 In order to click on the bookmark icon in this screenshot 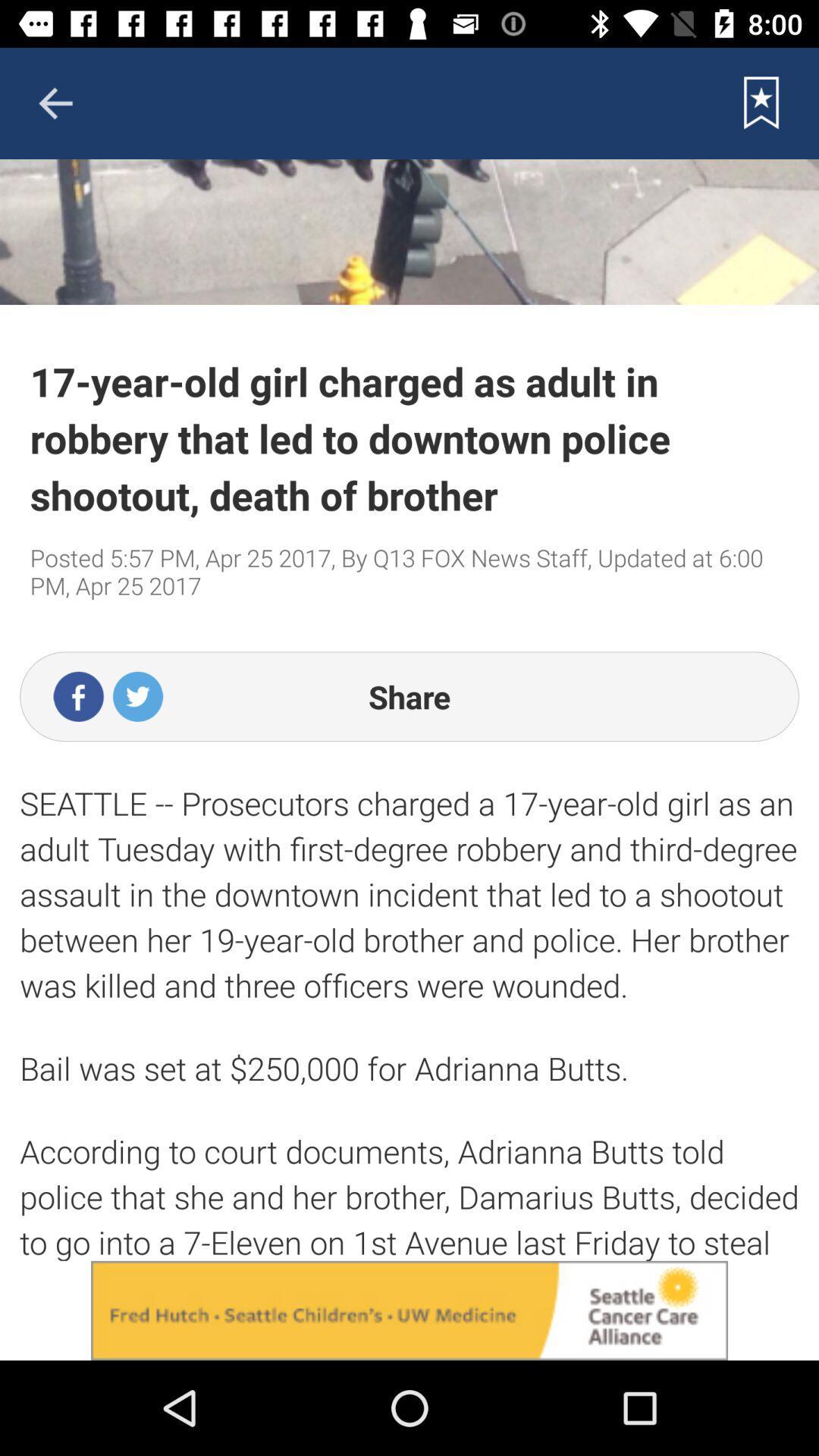, I will do `click(761, 102)`.